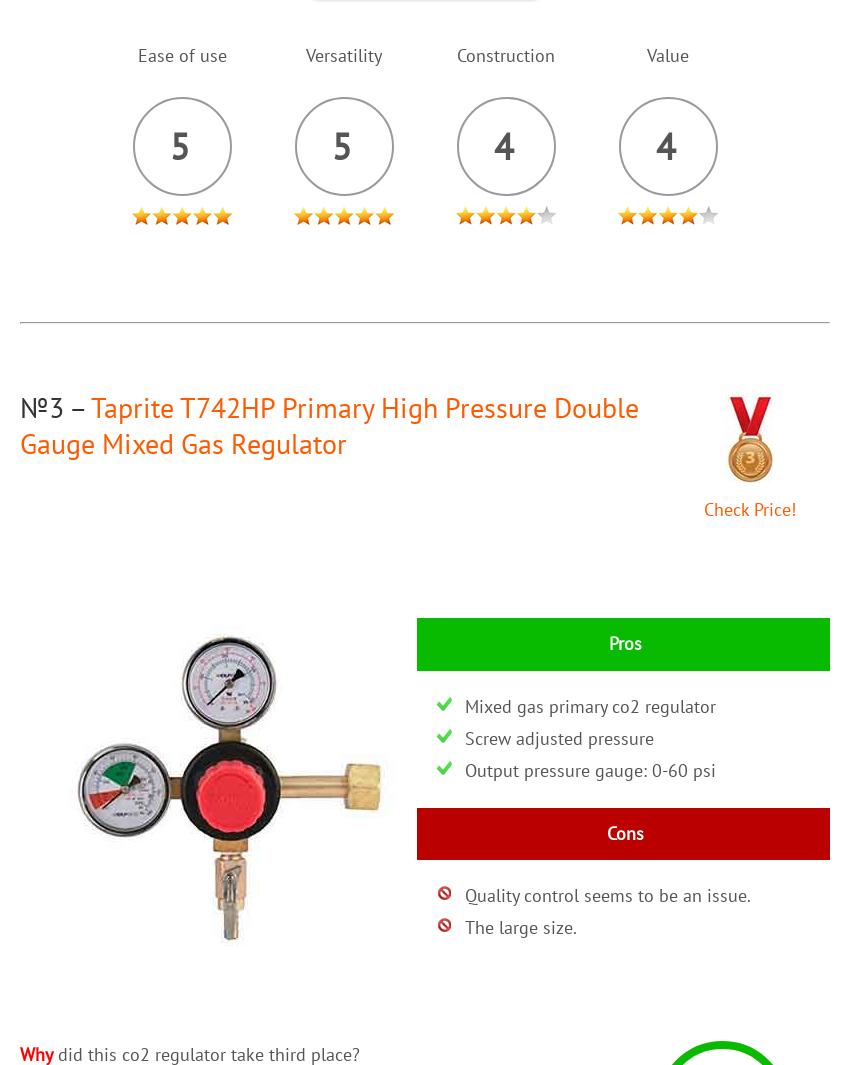 The image size is (850, 1065). What do you see at coordinates (750, 507) in the screenshot?
I see `'Check Price!'` at bounding box center [750, 507].